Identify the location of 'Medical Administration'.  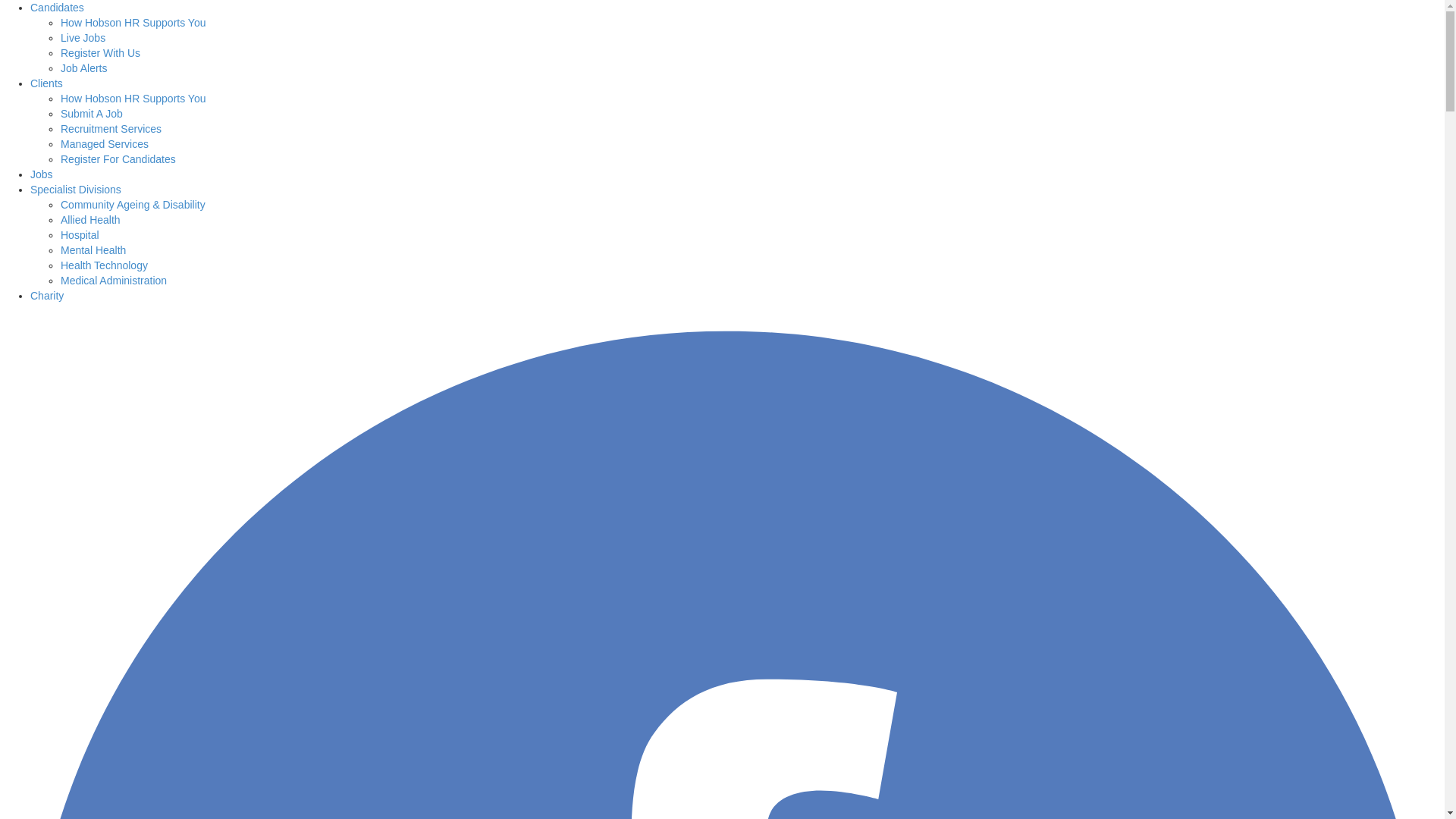
(112, 281).